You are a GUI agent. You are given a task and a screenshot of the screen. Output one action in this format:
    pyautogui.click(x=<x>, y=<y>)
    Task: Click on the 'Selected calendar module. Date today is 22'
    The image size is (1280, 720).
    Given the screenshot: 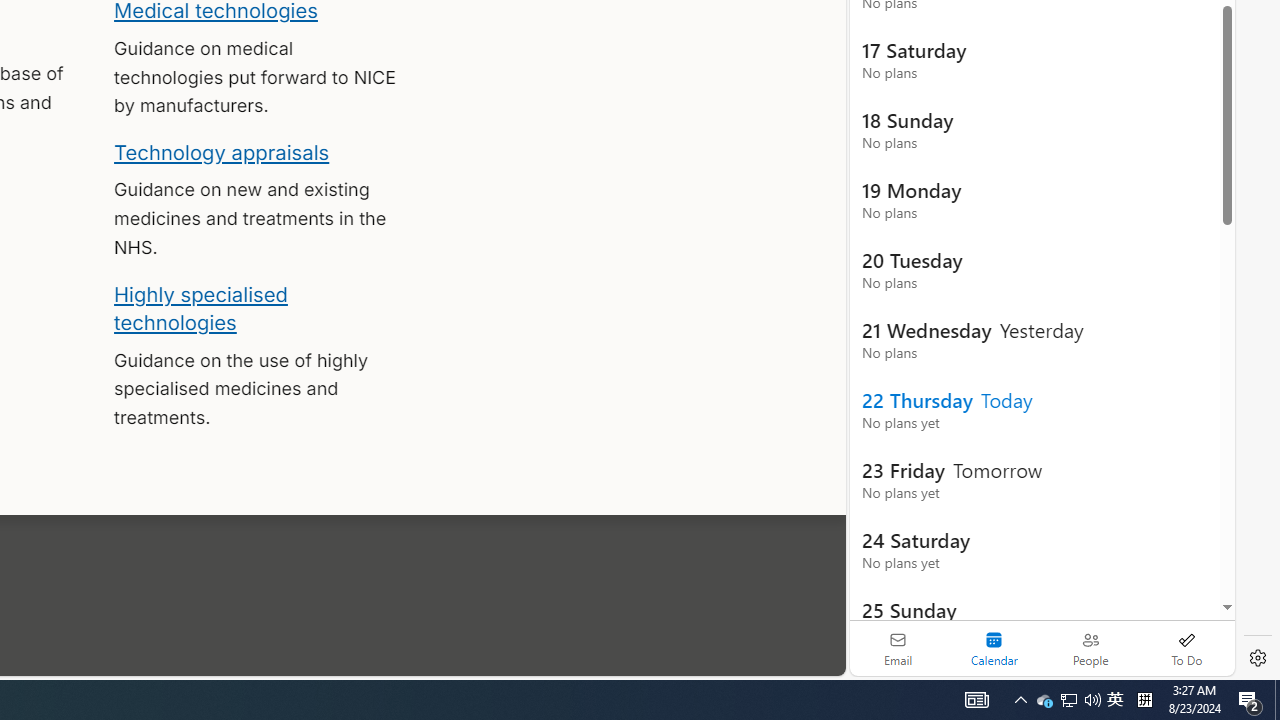 What is the action you would take?
    pyautogui.click(x=994, y=648)
    